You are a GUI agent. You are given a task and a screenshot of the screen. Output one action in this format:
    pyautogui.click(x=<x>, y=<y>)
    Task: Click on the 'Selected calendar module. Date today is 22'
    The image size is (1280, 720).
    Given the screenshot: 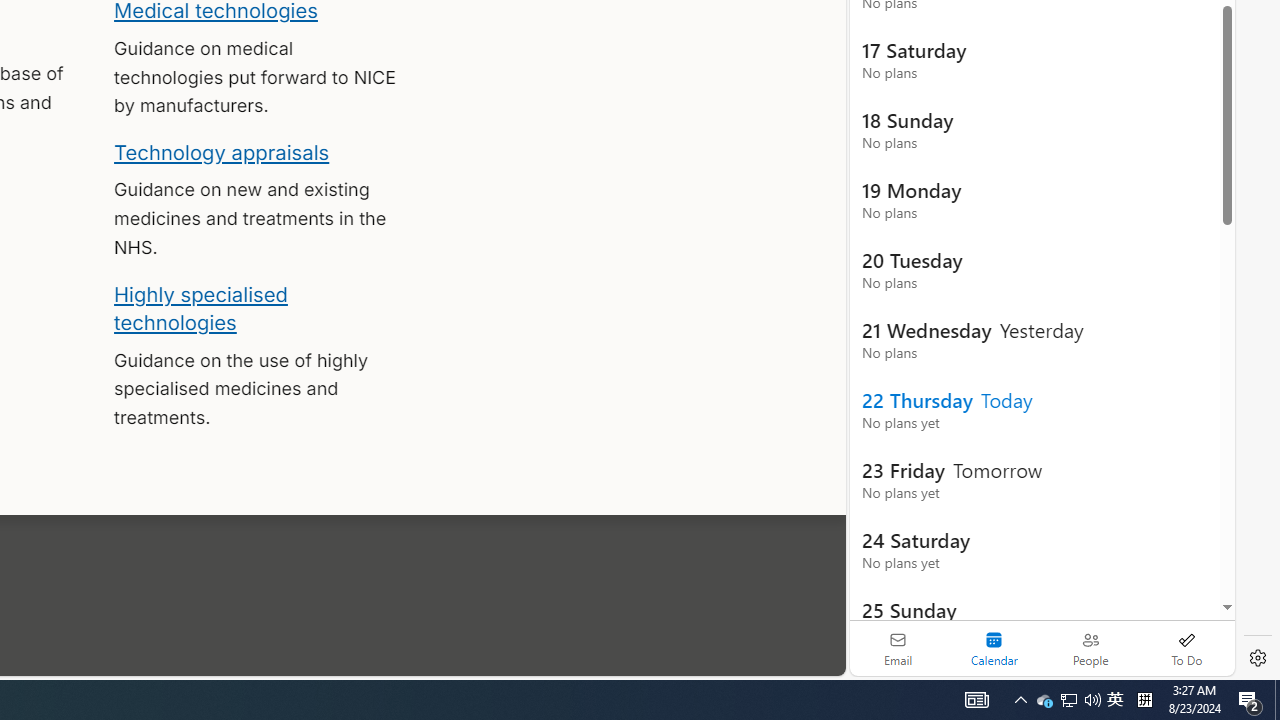 What is the action you would take?
    pyautogui.click(x=994, y=648)
    